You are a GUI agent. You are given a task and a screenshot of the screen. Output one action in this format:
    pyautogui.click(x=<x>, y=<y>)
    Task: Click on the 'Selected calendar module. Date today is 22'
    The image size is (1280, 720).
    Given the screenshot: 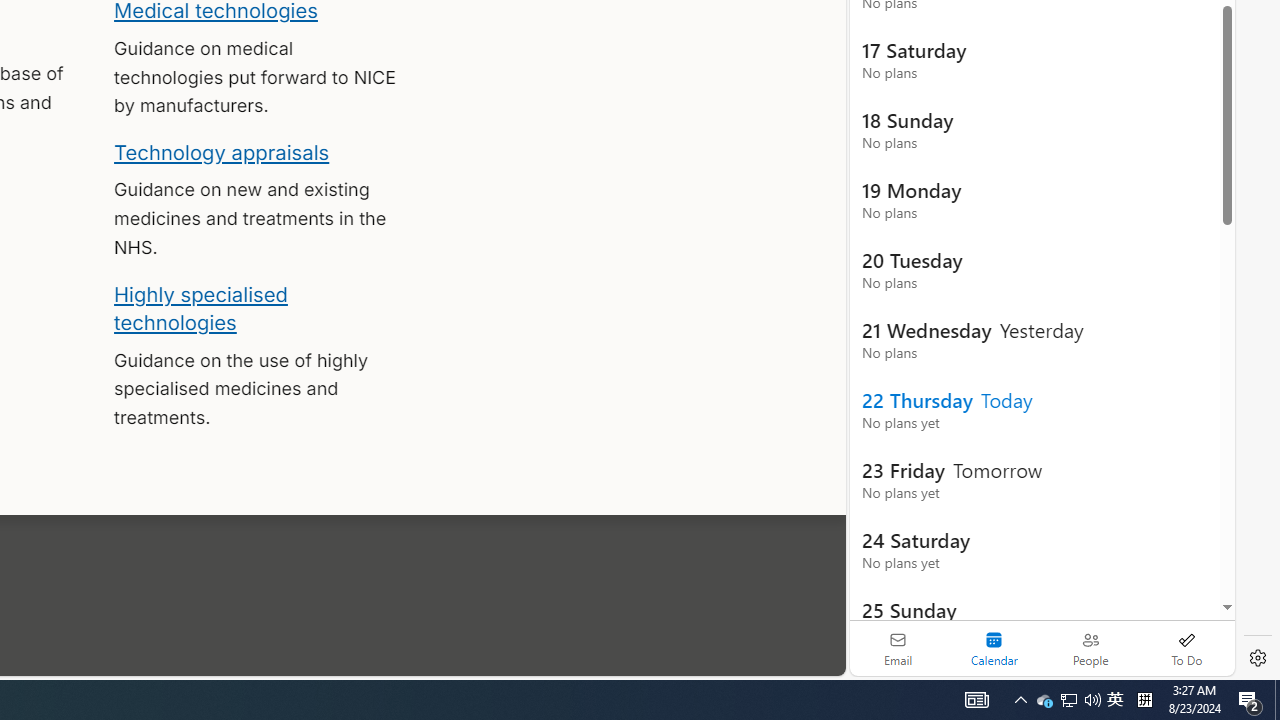 What is the action you would take?
    pyautogui.click(x=994, y=648)
    